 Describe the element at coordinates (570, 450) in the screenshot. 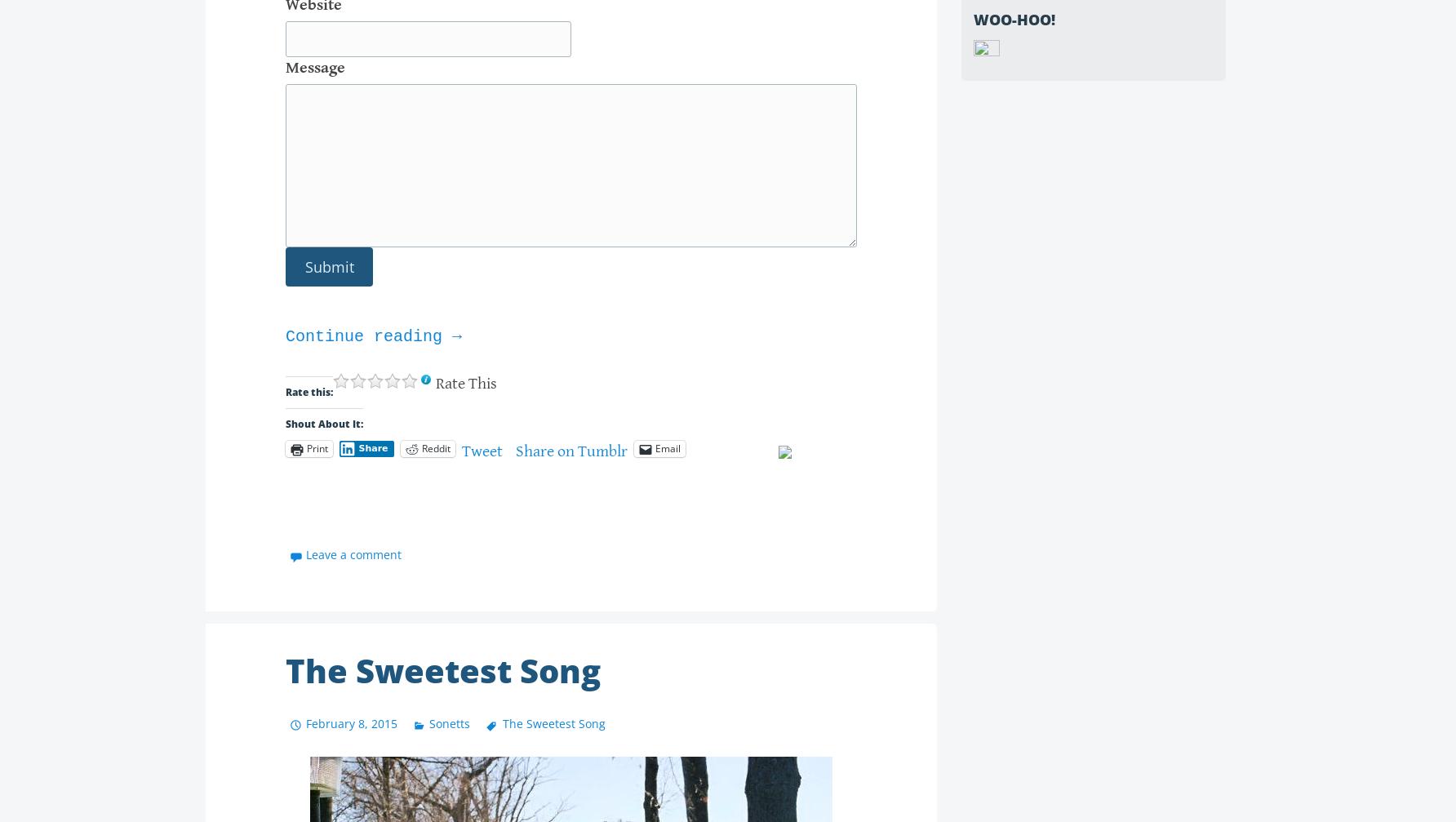

I see `'Share on Tumblr'` at that location.